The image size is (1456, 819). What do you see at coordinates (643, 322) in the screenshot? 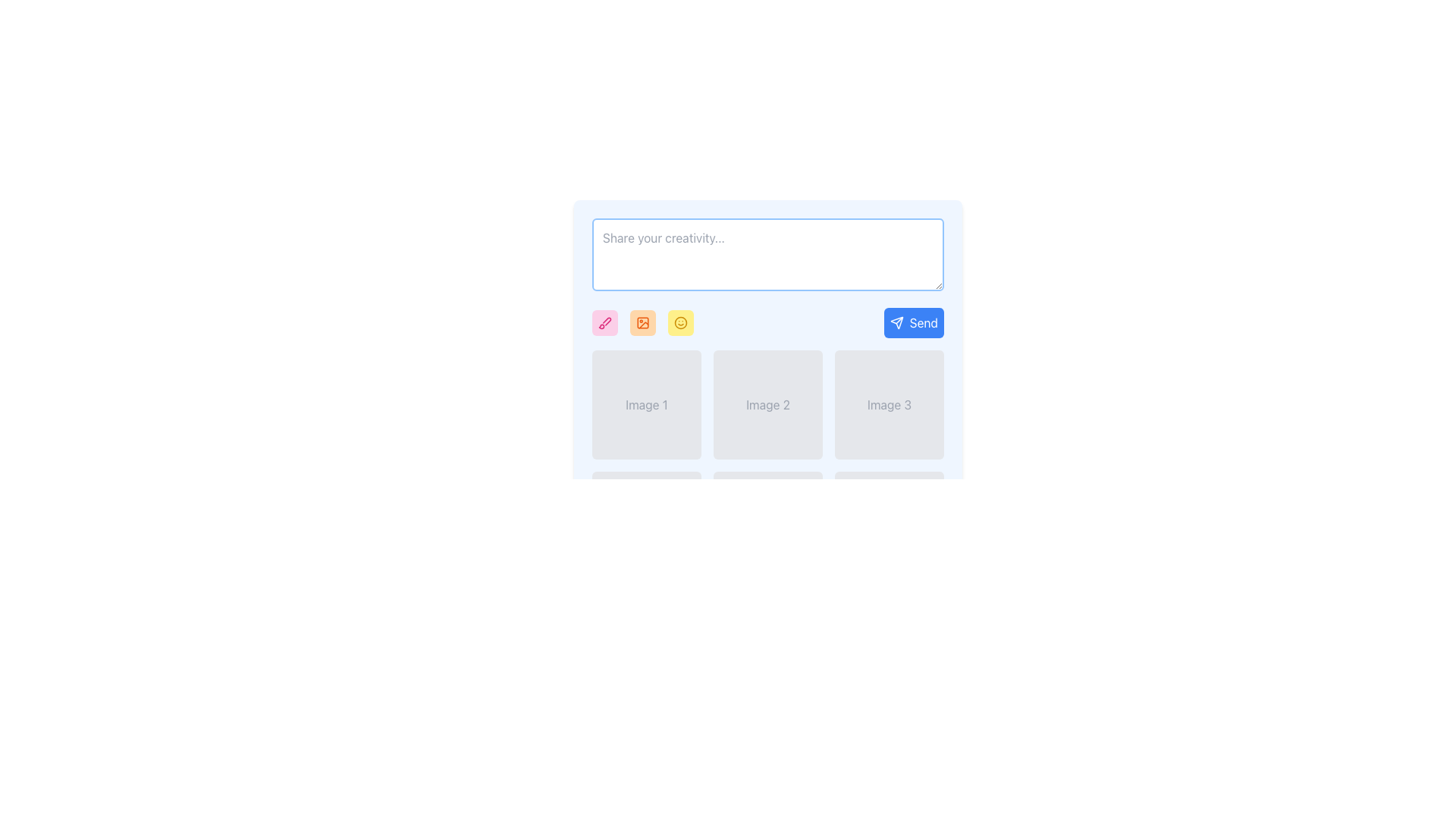
I see `the action button for adding or selecting an image, which is the second button in a row beneath the input box labeled 'Share your creativity...'` at bounding box center [643, 322].